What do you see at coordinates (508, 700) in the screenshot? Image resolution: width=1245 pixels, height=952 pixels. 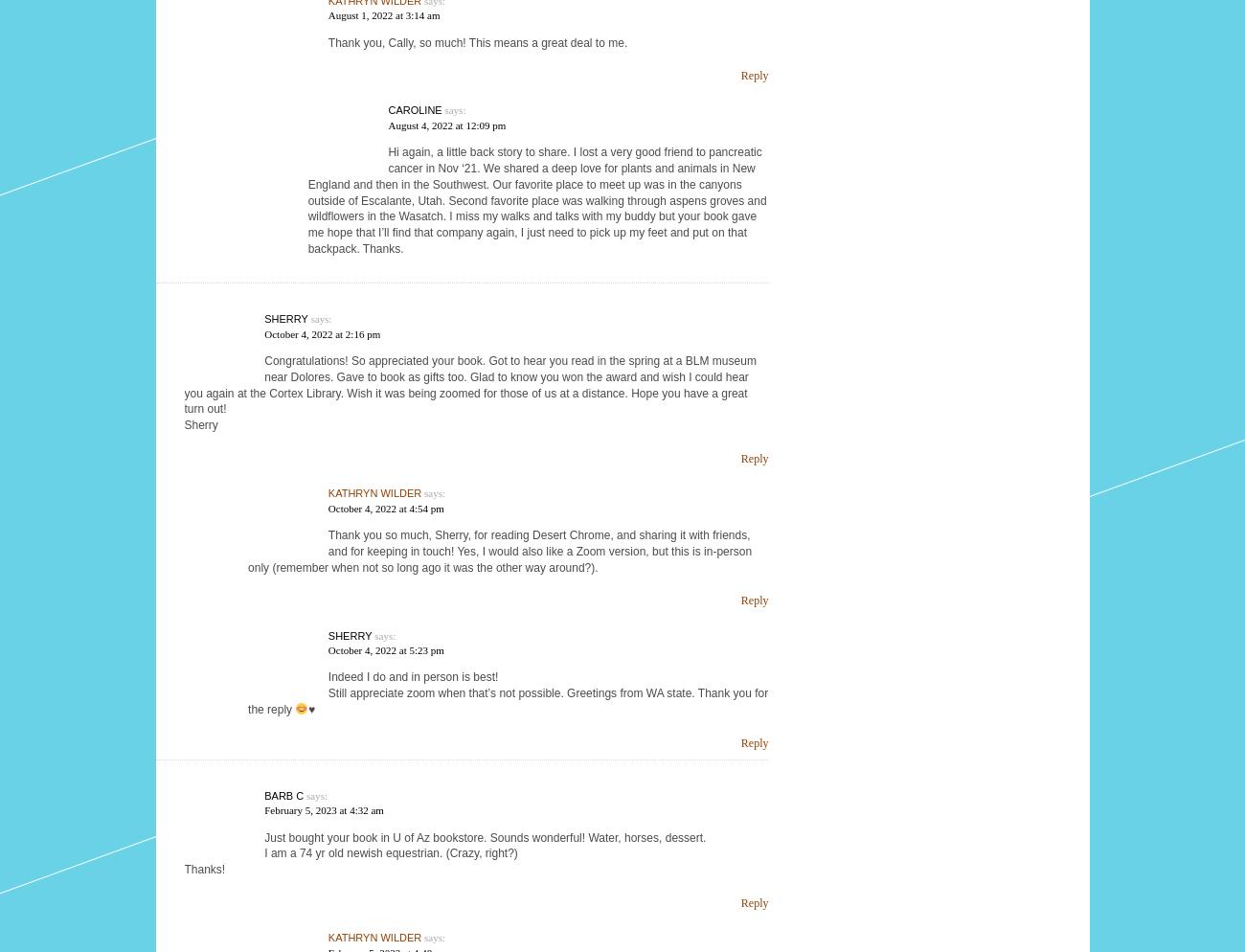 I see `'Still appreciate zoom when that’s not possible. Greetings from WA state. Thank you for the reply'` at bounding box center [508, 700].